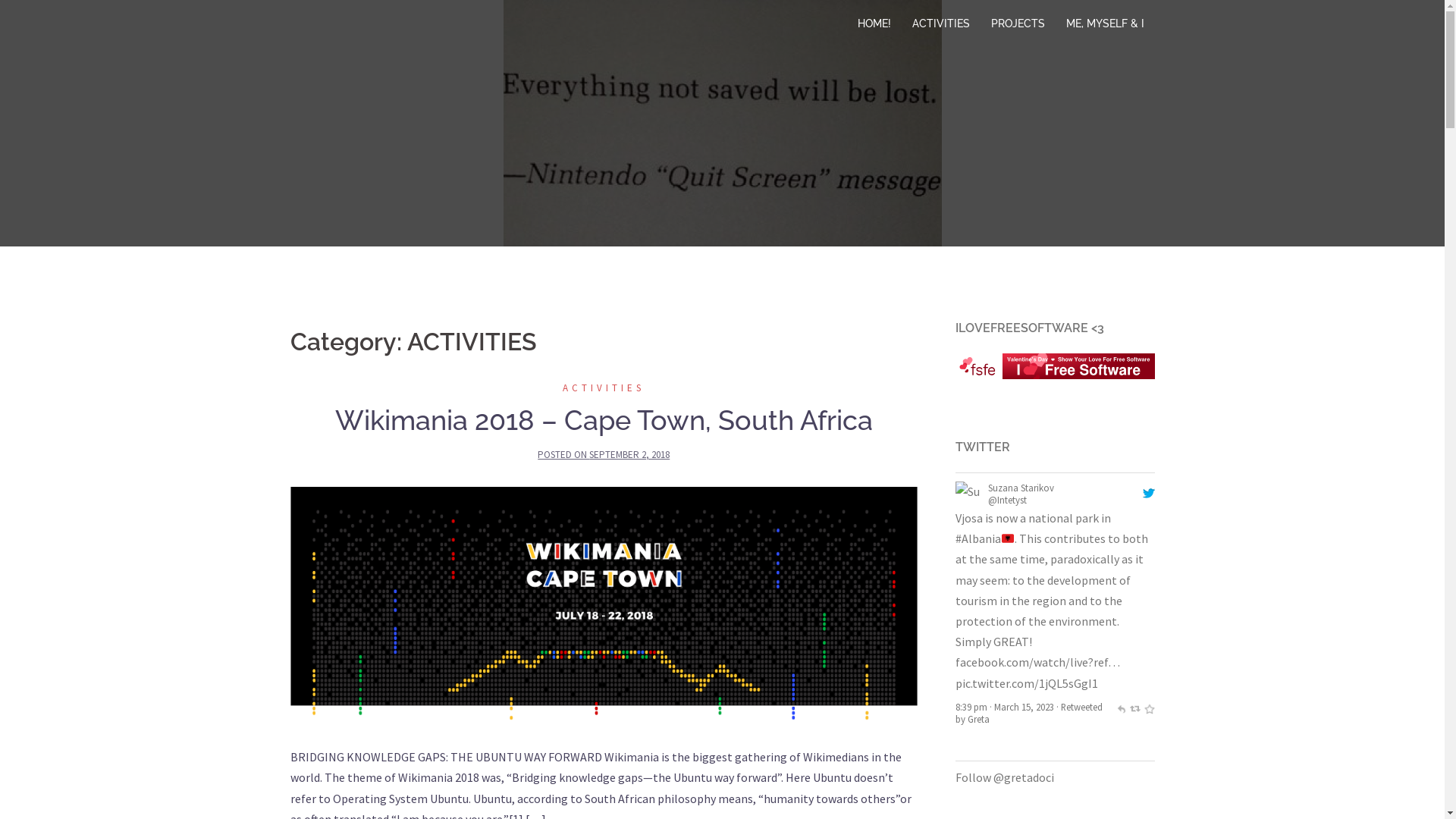 The width and height of the screenshot is (1456, 819). I want to click on 'ACTIVITIES', so click(939, 24).